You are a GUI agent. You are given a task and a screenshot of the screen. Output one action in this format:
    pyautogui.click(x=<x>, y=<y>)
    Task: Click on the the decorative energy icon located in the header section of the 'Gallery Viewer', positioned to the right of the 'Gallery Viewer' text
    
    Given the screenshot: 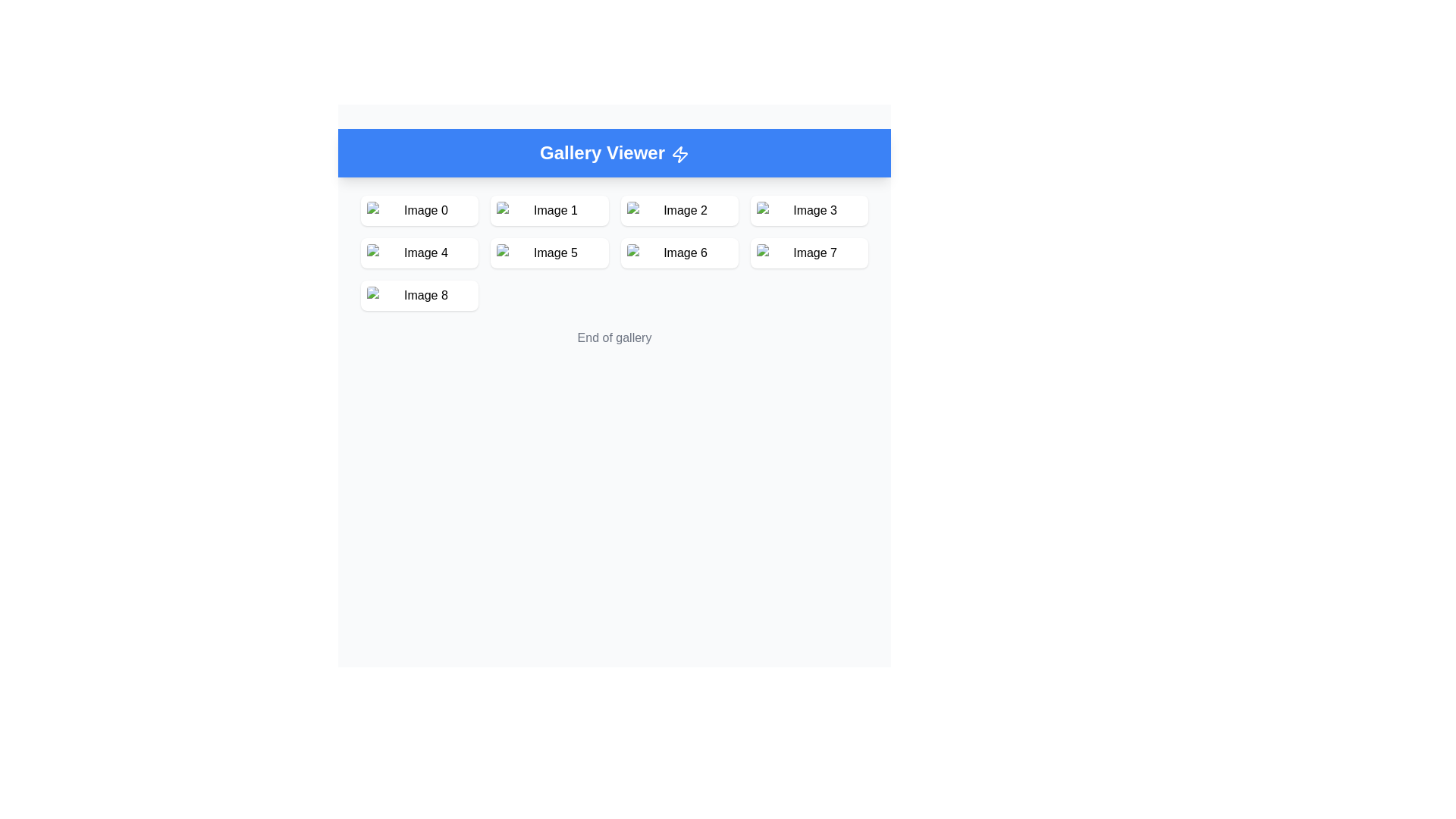 What is the action you would take?
    pyautogui.click(x=679, y=154)
    